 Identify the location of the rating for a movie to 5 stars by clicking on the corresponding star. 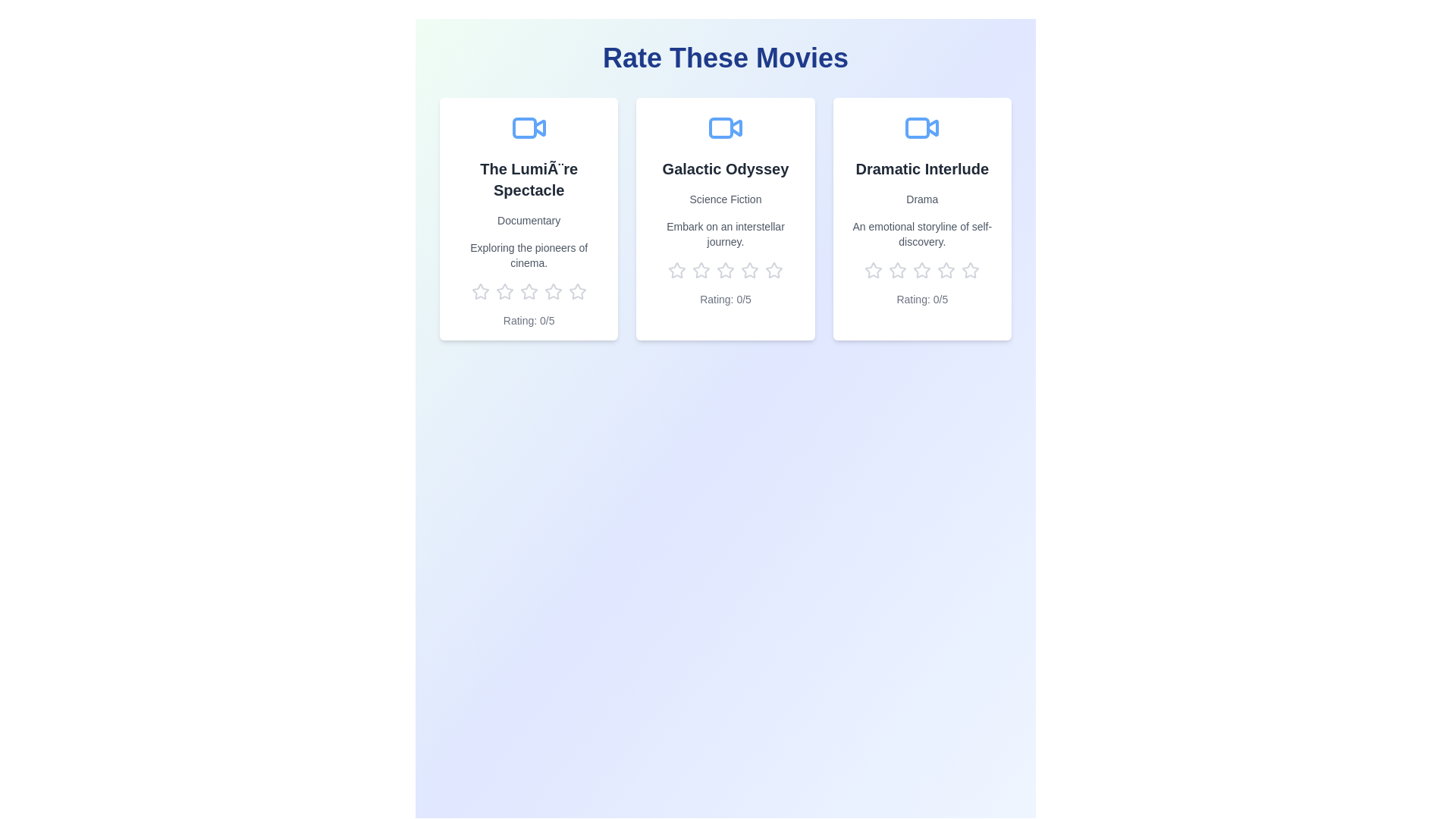
(567, 292).